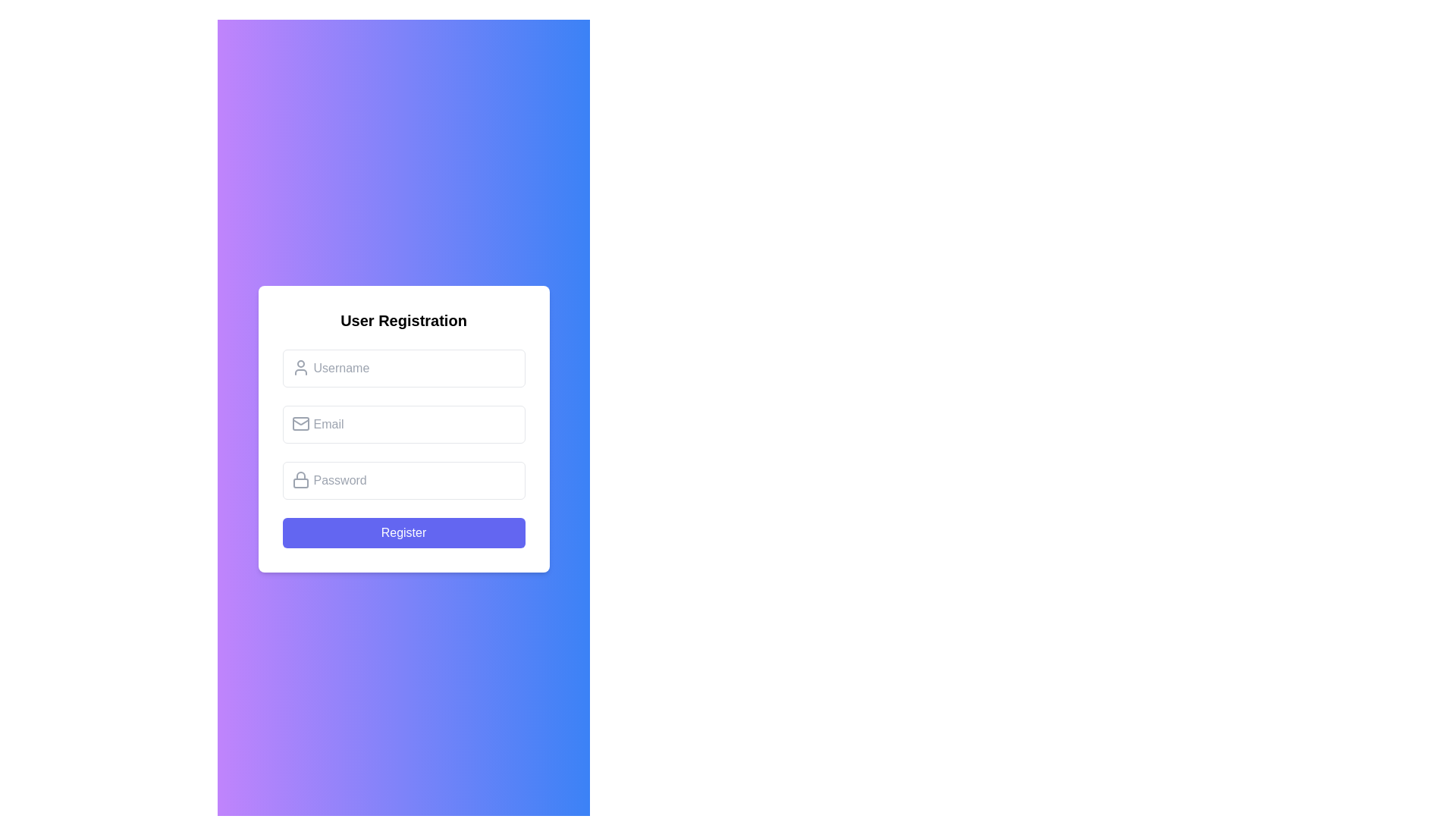 The width and height of the screenshot is (1456, 819). What do you see at coordinates (300, 424) in the screenshot?
I see `the envelope icon located to the left of the 'Email' input field, which is styled with a thin outline and gray color` at bounding box center [300, 424].